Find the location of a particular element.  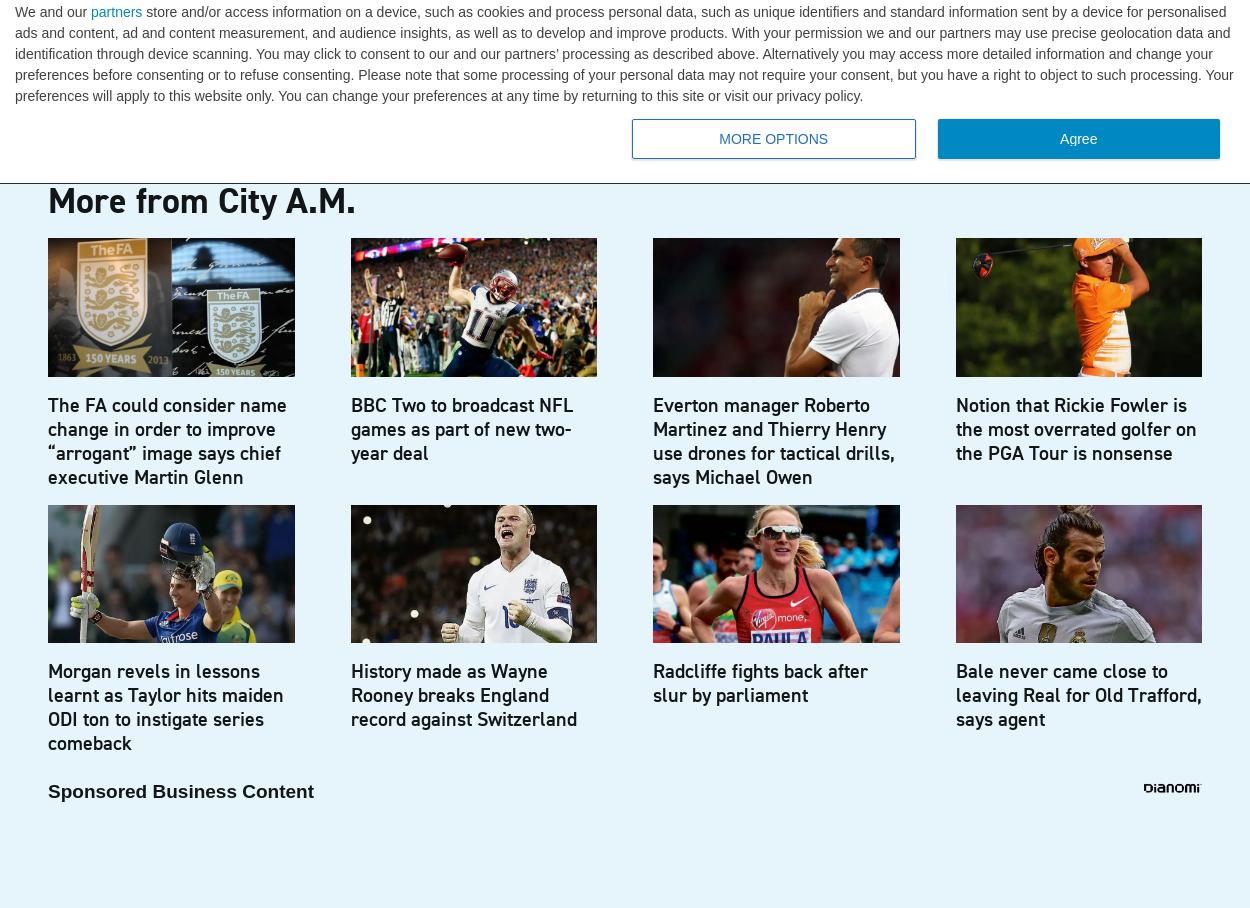

'More from City A.M.' is located at coordinates (201, 199).